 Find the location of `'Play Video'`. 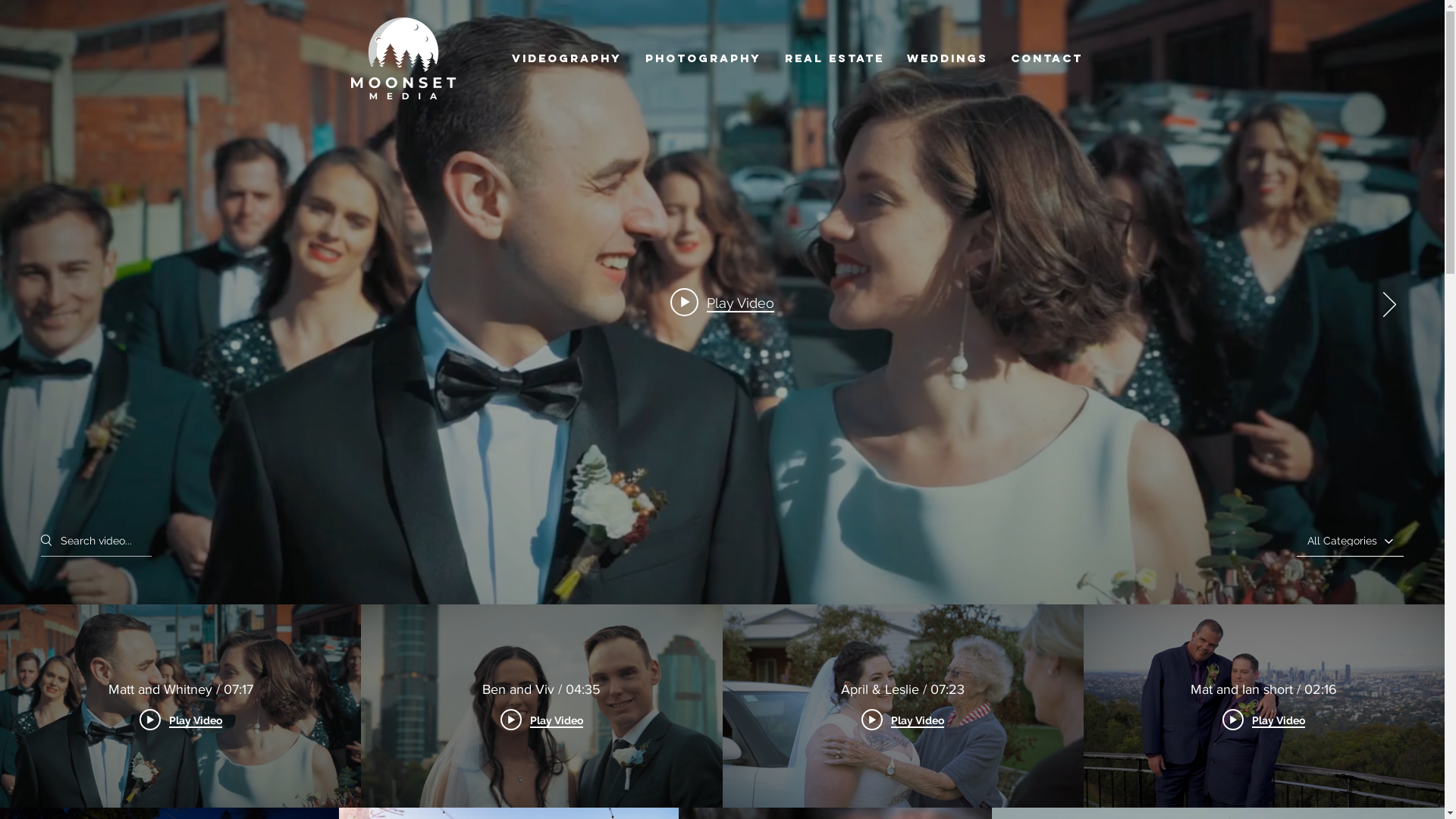

'Play Video' is located at coordinates (721, 302).